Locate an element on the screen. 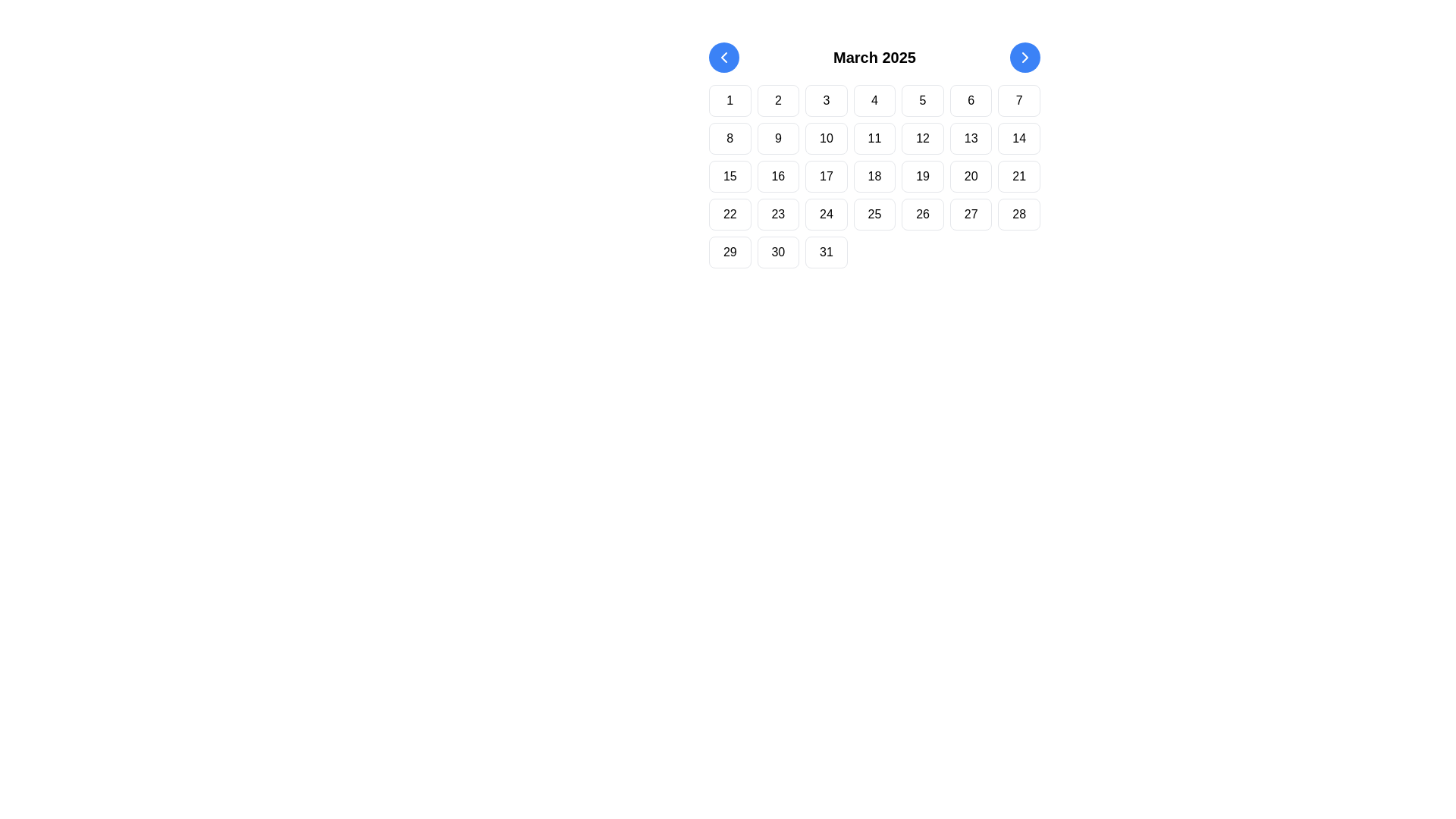  the right-pointing chevron icon with a thin blue and white outline inside a circular button located at the top-right corner of the interface, adjacent to the calendar heading is located at coordinates (1025, 57).